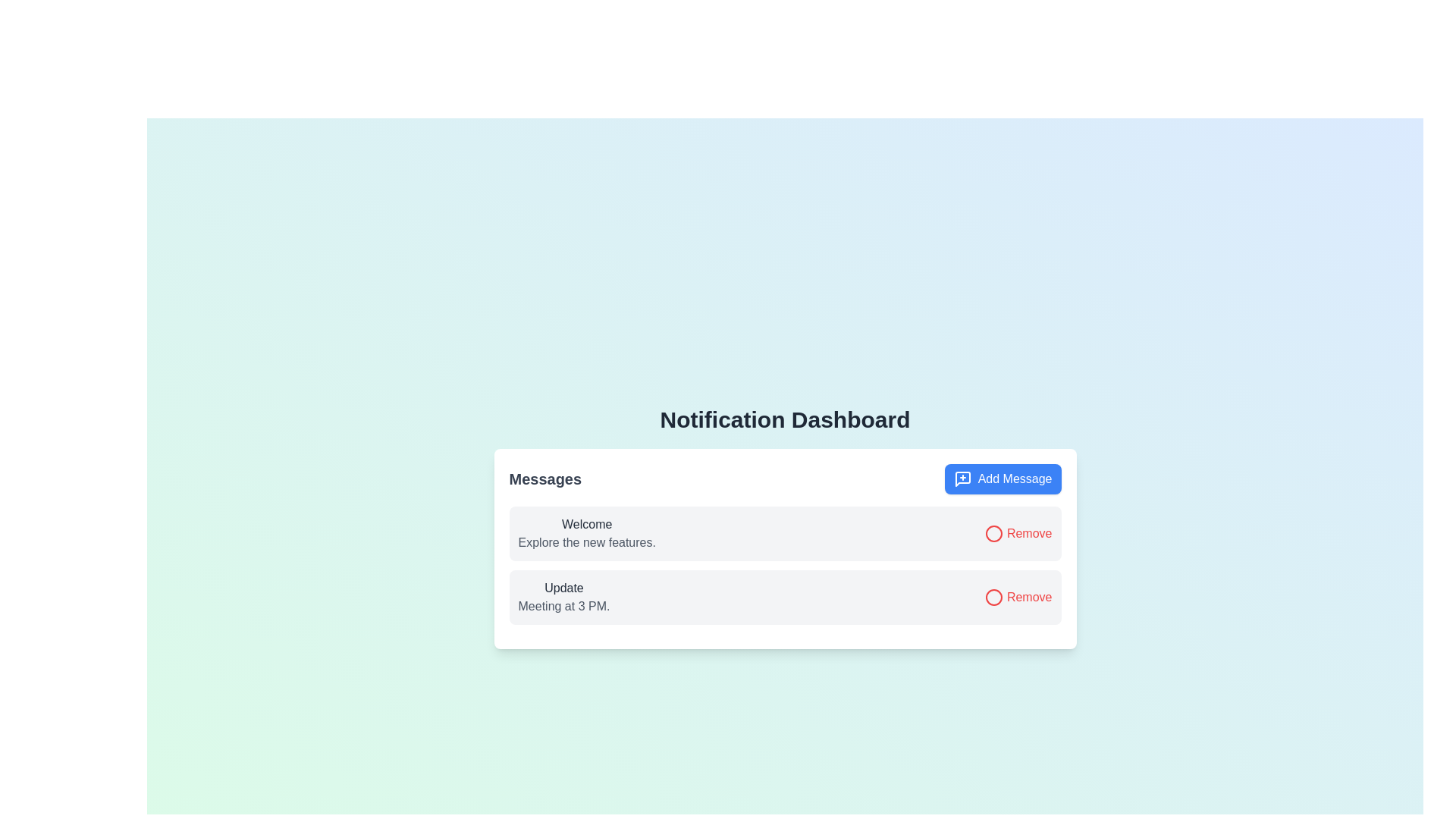 This screenshot has width=1456, height=819. What do you see at coordinates (563, 596) in the screenshot?
I see `notification message displayed in the text block located in the second row of messages, below the entry labeled 'Welcome Explore the new features.'` at bounding box center [563, 596].